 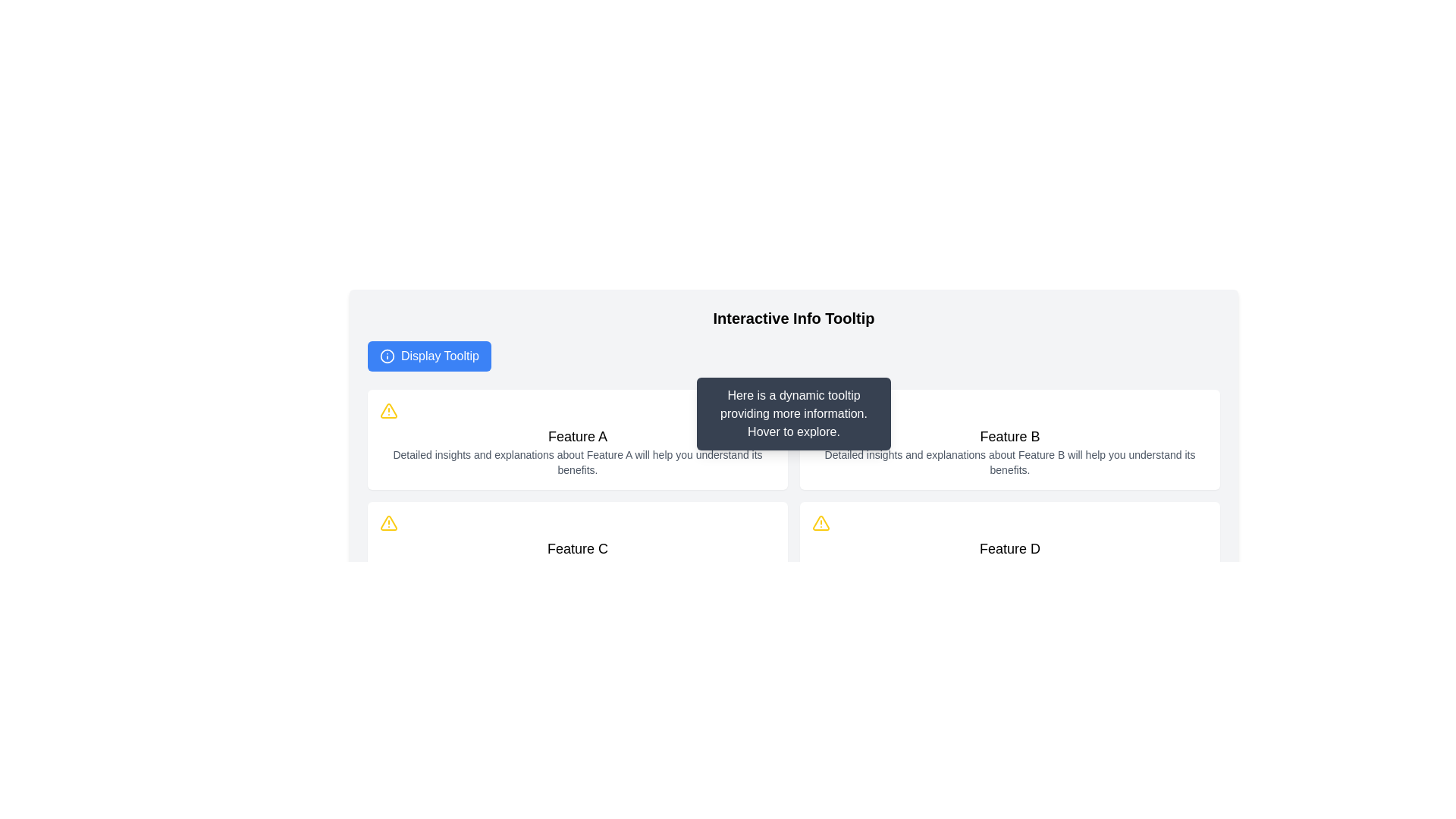 I want to click on the Text Label that serves as a heading for the section related to 'Feature C', located in the third column of a grid layout, so click(x=577, y=549).